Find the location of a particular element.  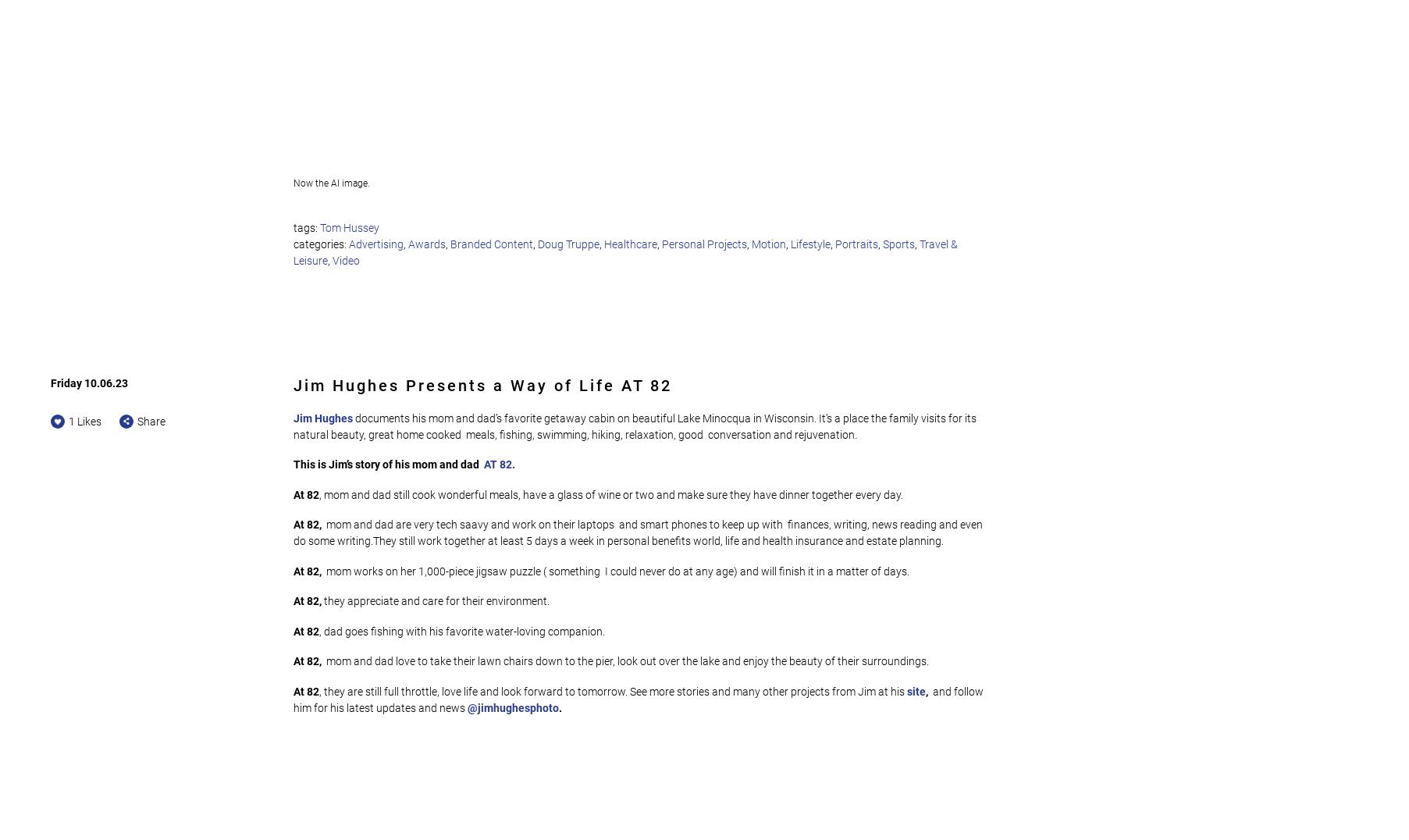

'Healthcare' is located at coordinates (603, 243).